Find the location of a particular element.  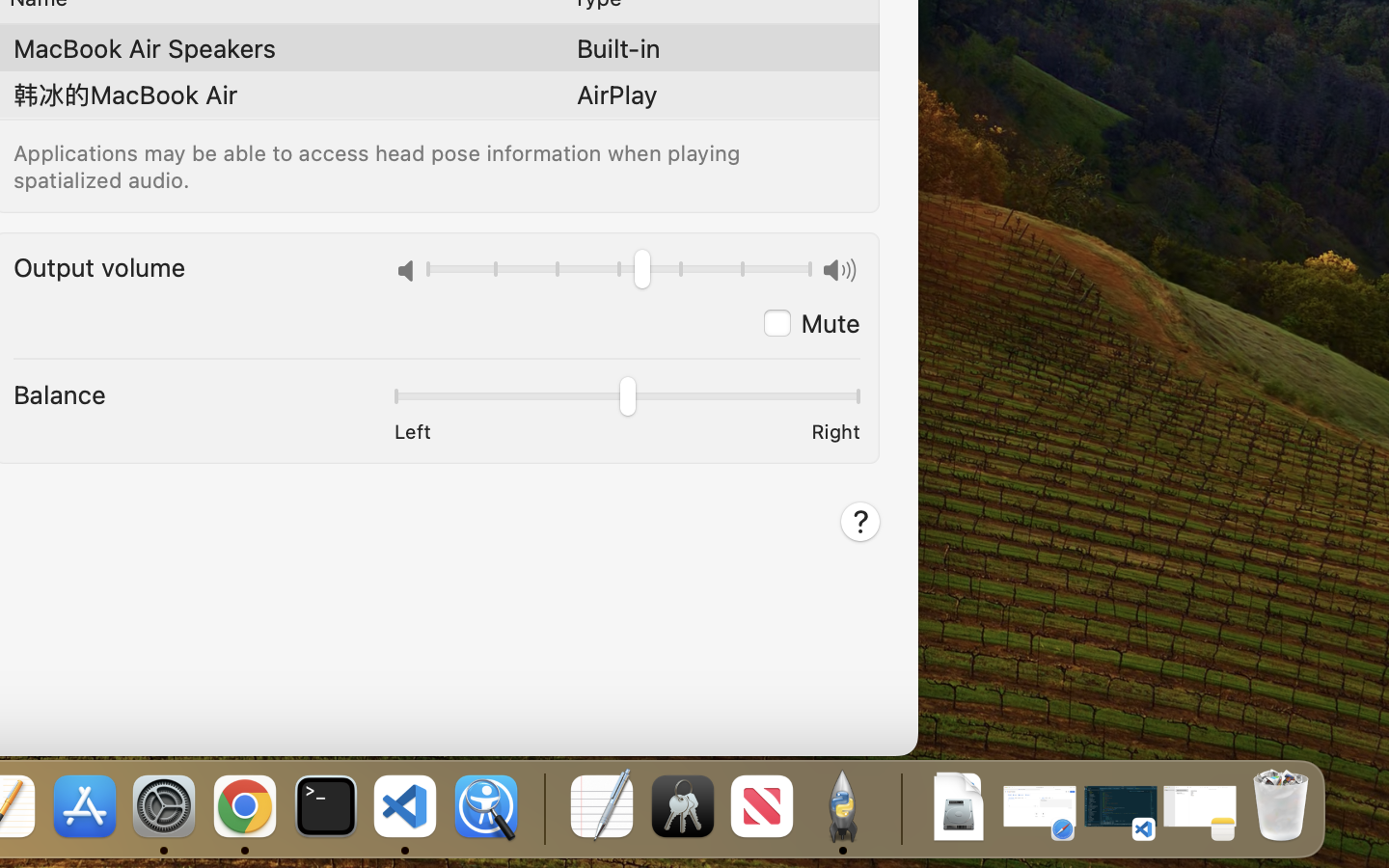

'0.5' is located at coordinates (625, 399).